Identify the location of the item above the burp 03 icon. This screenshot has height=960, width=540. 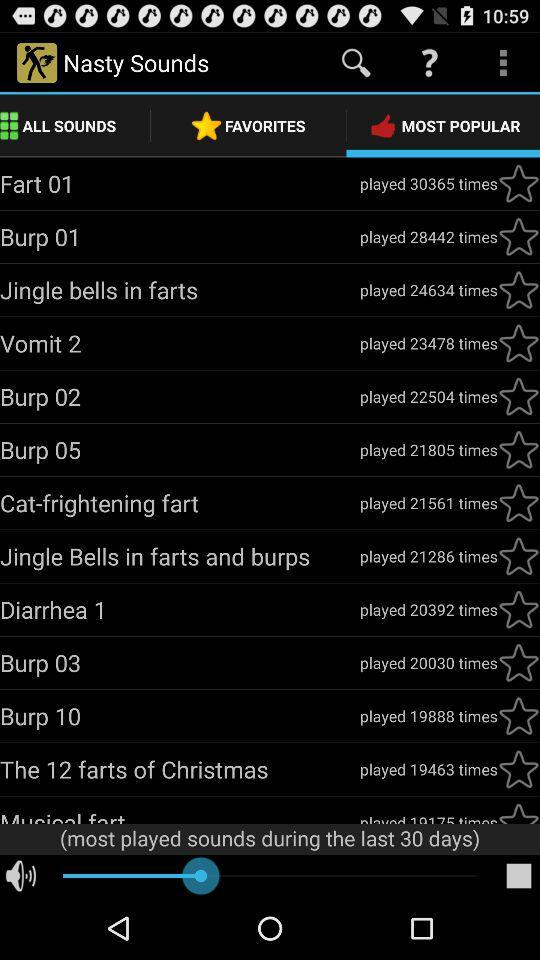
(179, 608).